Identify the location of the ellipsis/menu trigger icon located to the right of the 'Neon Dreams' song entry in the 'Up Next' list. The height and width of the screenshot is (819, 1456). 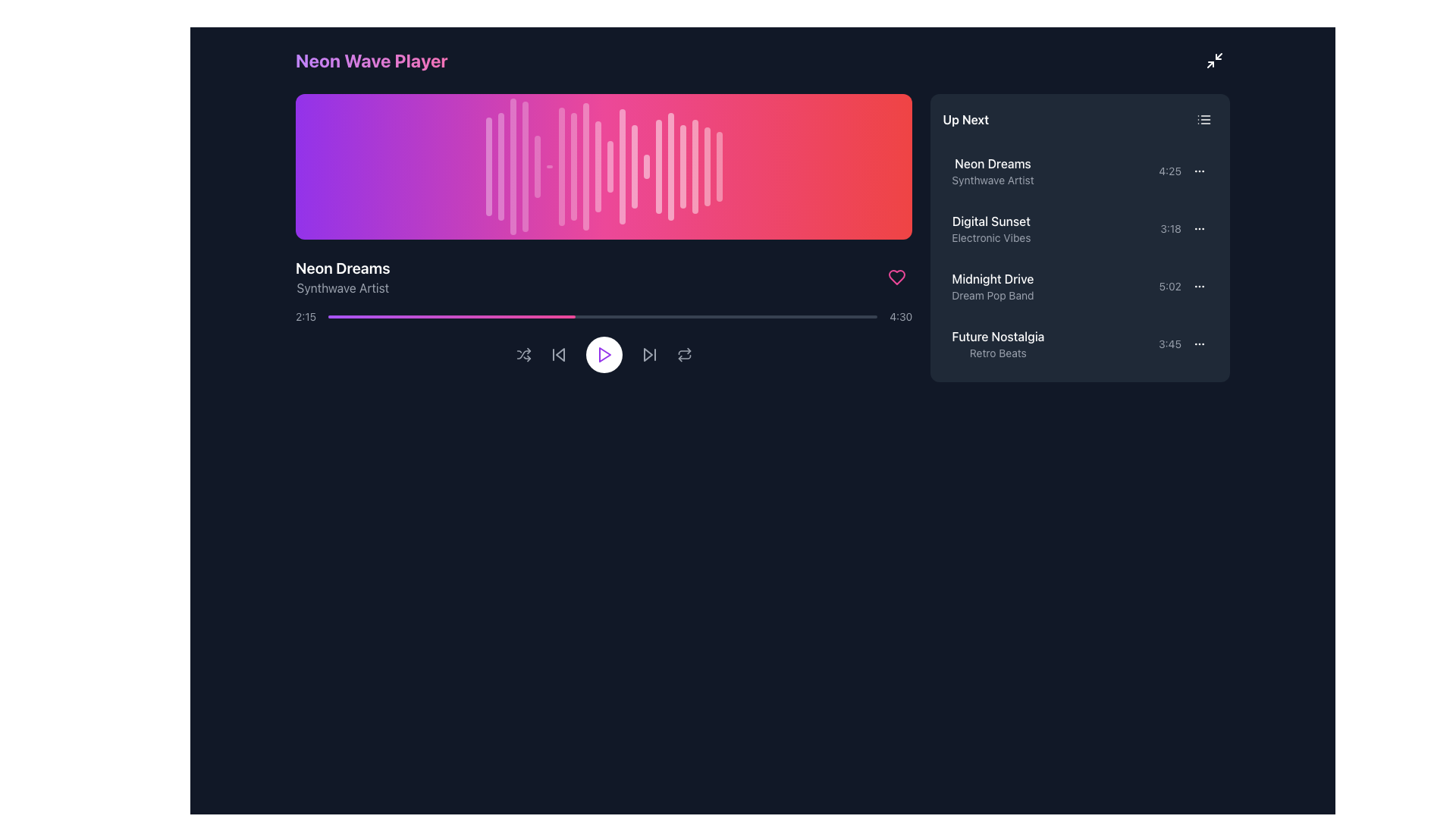
(1198, 171).